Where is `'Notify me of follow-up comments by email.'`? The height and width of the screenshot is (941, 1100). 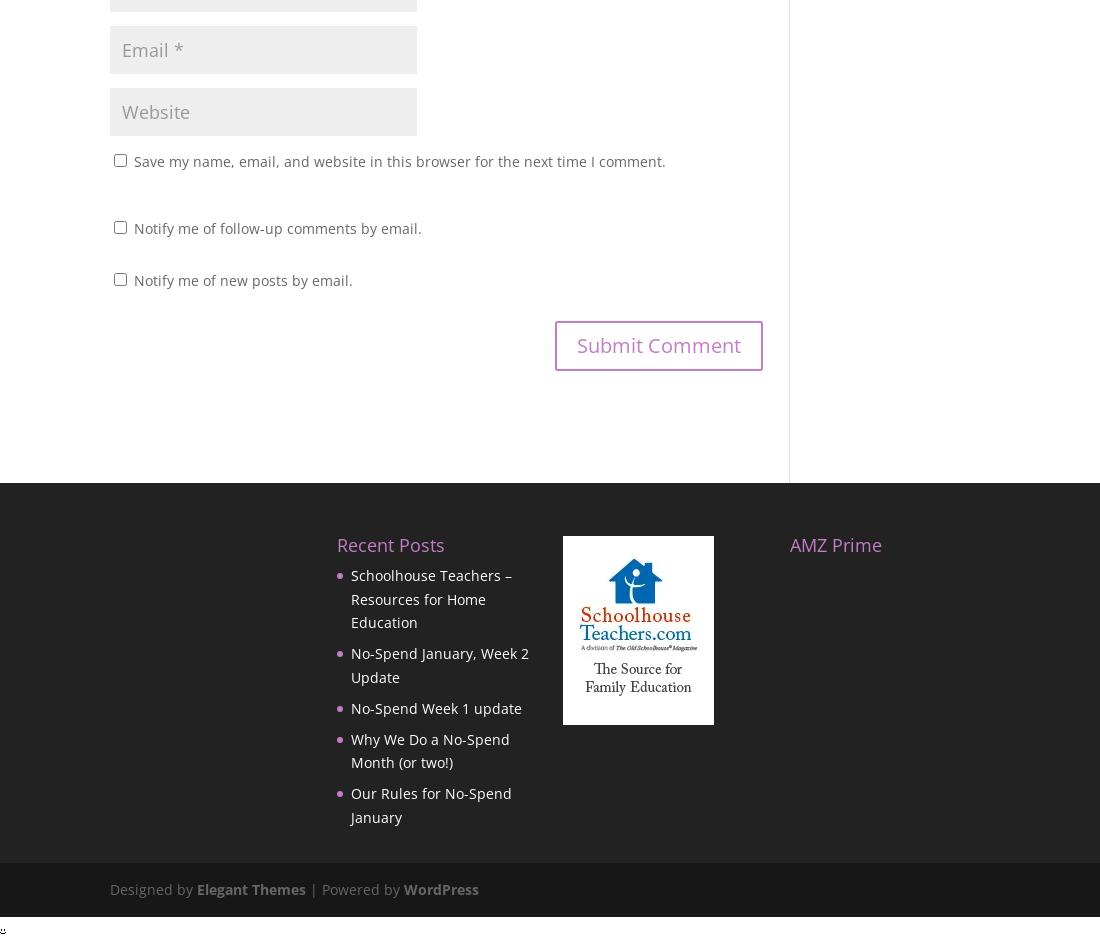
'Notify me of follow-up comments by email.' is located at coordinates (276, 227).